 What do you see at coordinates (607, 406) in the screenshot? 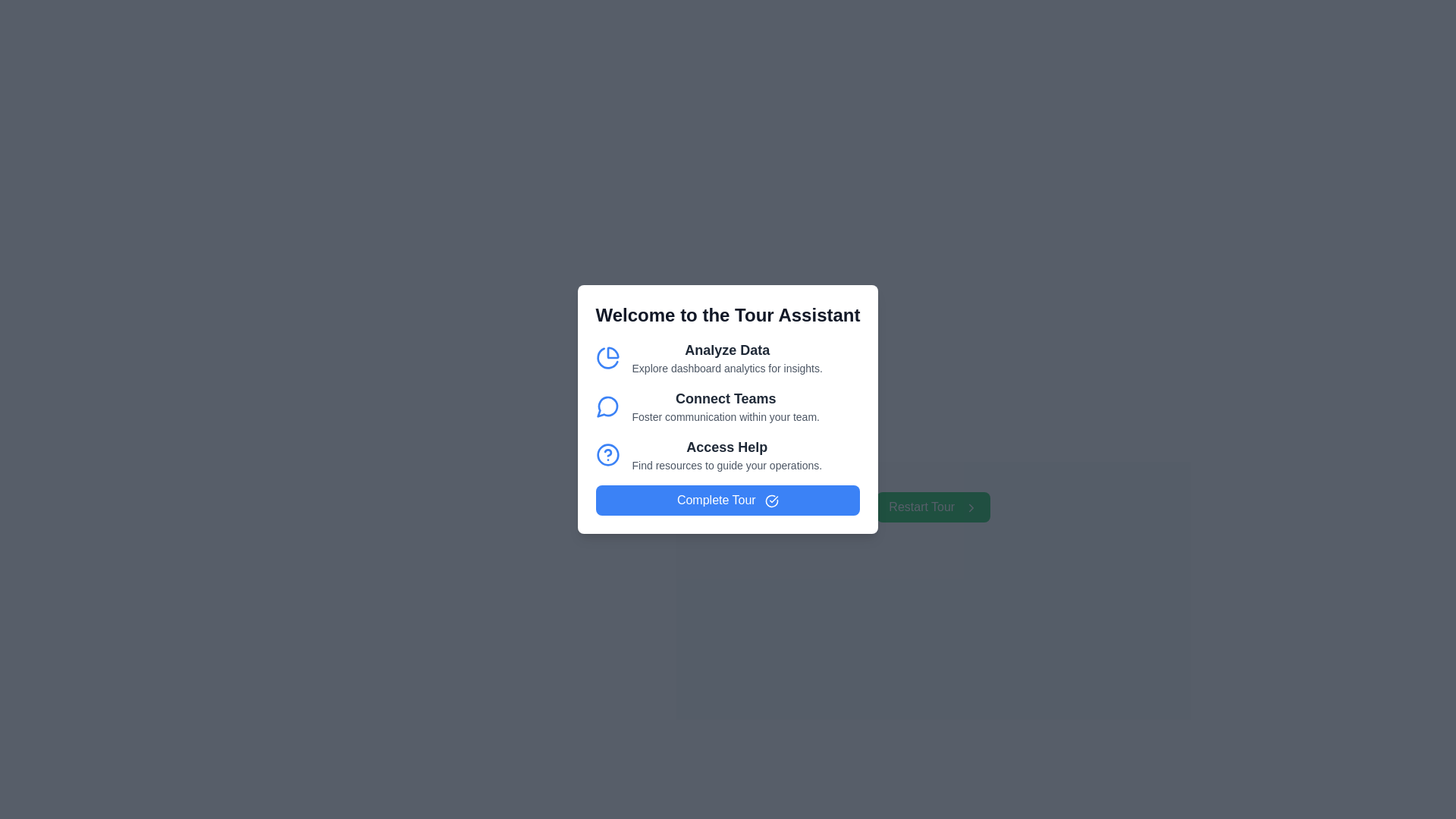
I see `the second icon in the vertical list located to the left of the 'Connect Teams' text within the dialog` at bounding box center [607, 406].